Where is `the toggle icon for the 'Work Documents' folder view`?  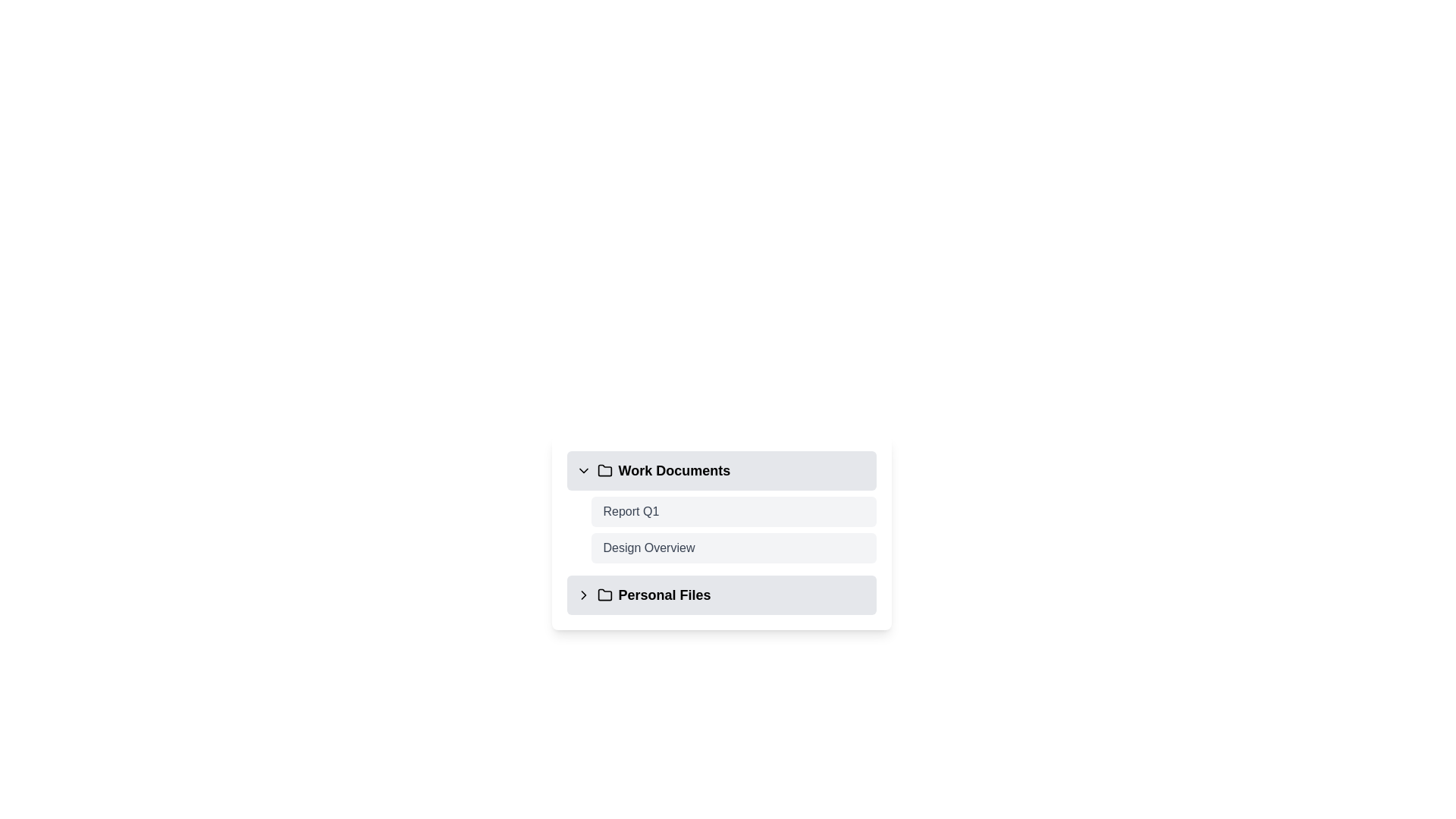 the toggle icon for the 'Work Documents' folder view is located at coordinates (582, 470).